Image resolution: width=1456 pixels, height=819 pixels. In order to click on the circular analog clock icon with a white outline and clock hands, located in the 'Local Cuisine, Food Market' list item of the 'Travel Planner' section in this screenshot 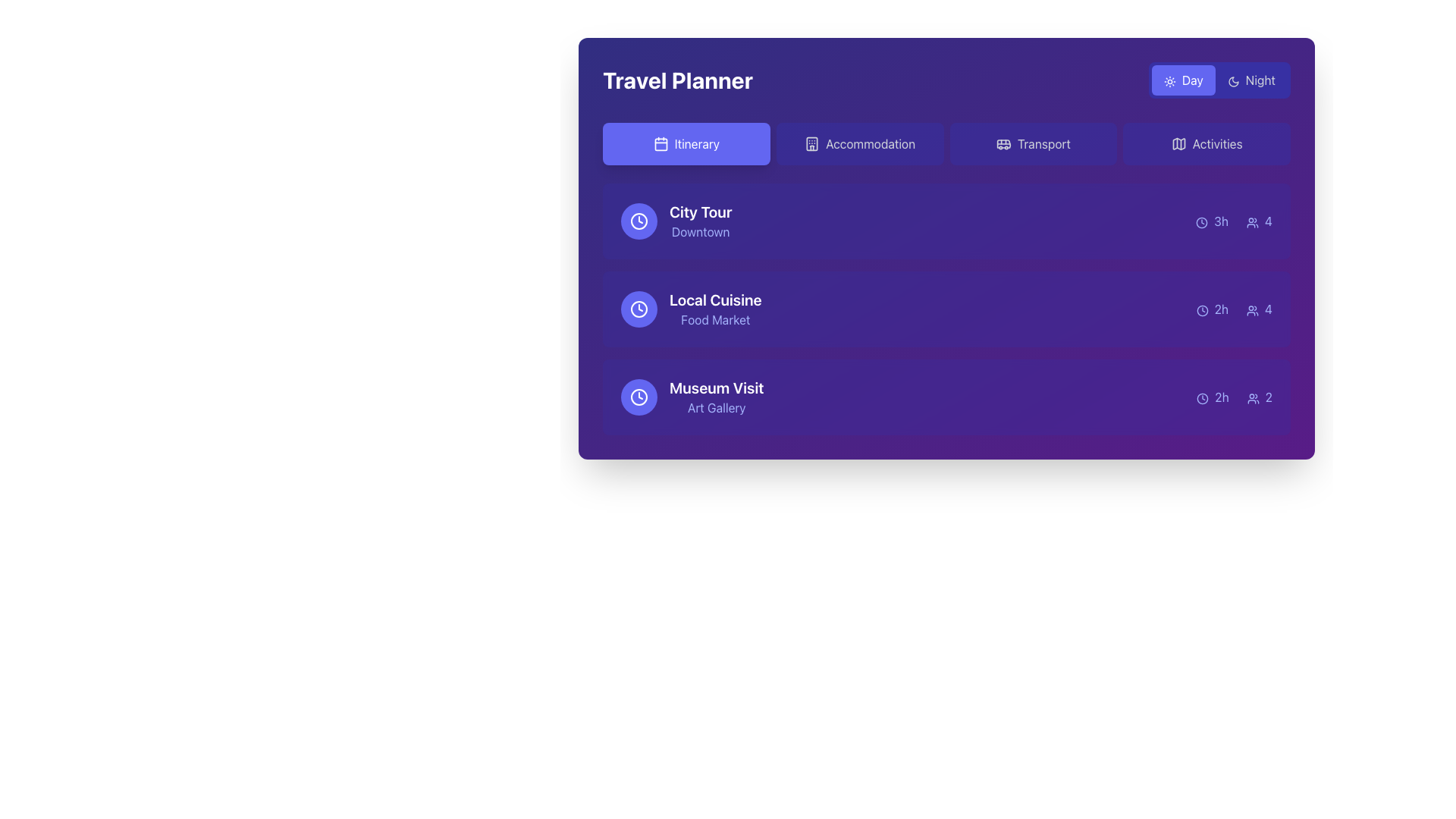, I will do `click(639, 309)`.